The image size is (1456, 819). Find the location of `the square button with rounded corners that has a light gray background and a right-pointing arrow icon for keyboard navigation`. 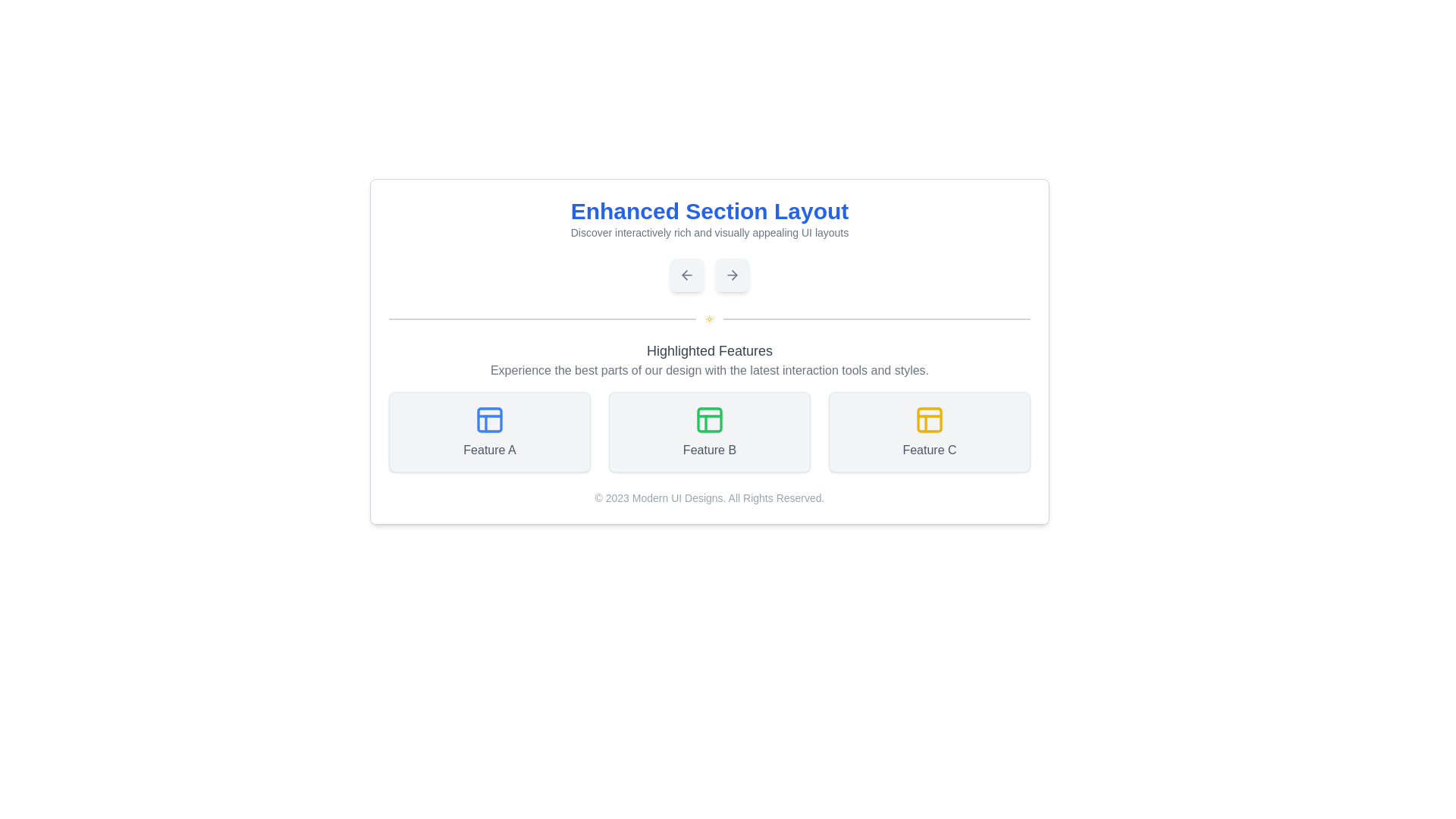

the square button with rounded corners that has a light gray background and a right-pointing arrow icon for keyboard navigation is located at coordinates (732, 275).